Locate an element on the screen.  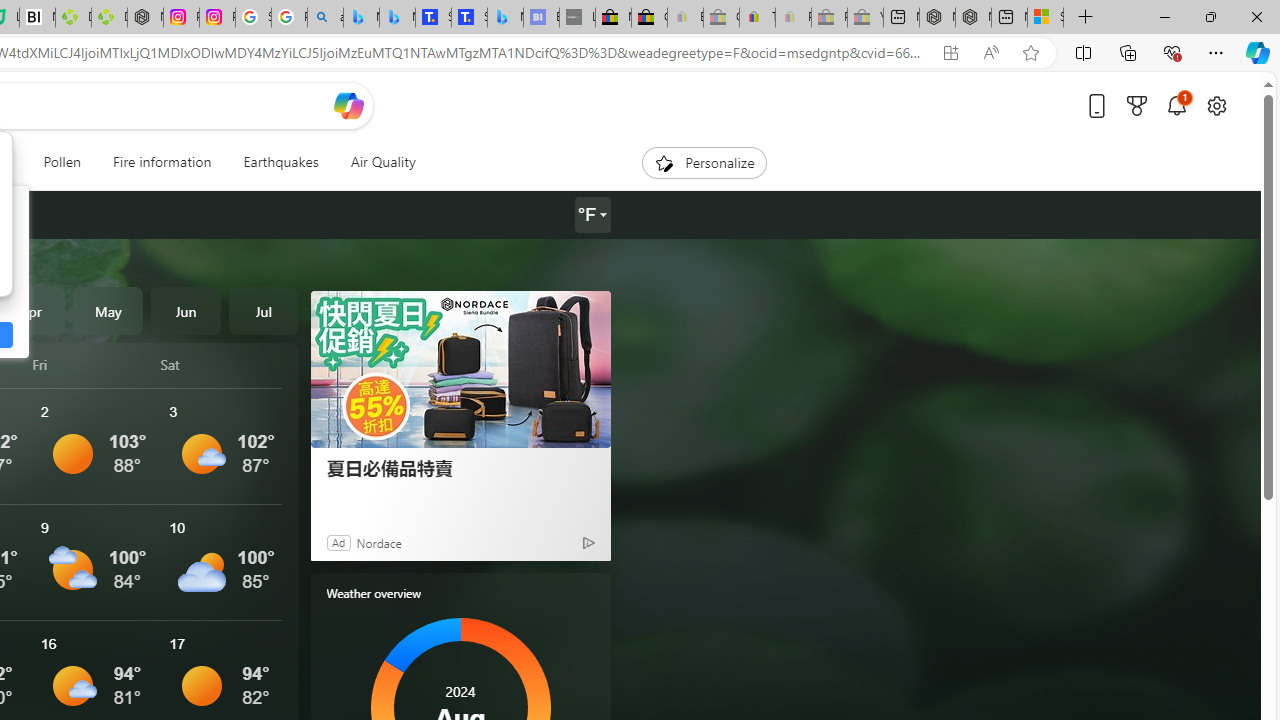
'Air Quality' is located at coordinates (382, 162).